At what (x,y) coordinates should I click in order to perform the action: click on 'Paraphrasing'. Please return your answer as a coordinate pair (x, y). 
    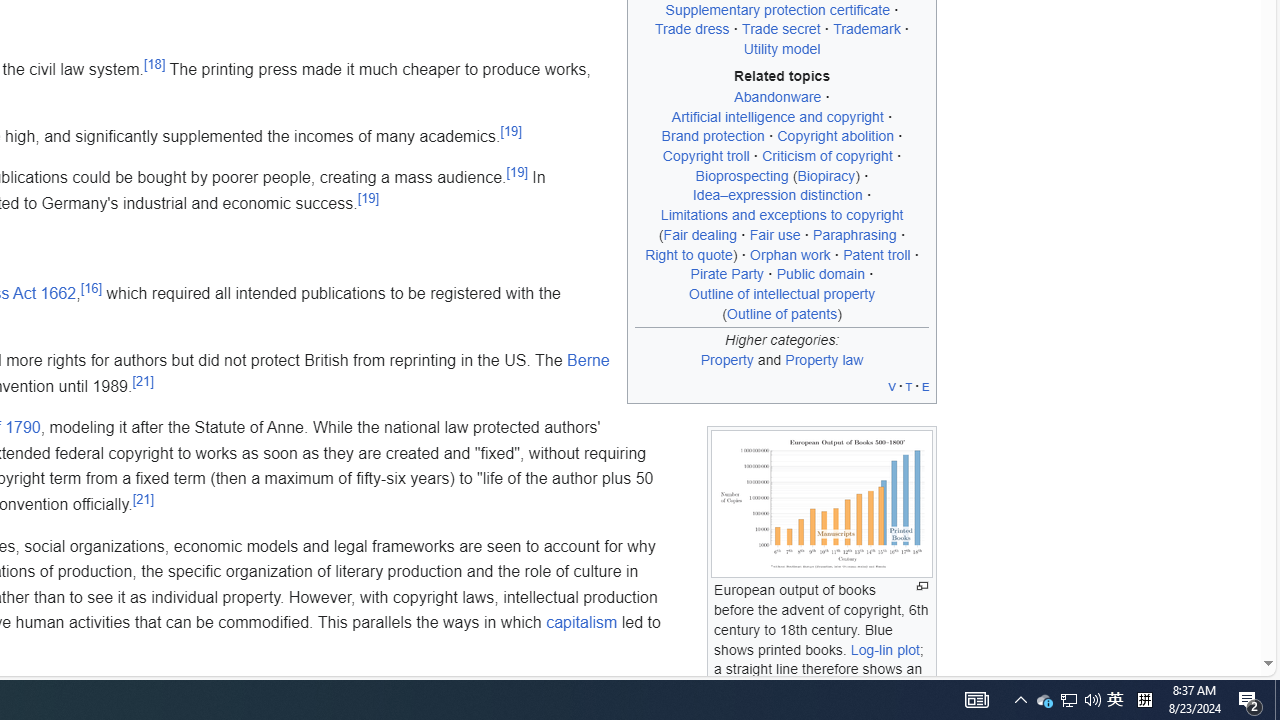
    Looking at the image, I should click on (855, 233).